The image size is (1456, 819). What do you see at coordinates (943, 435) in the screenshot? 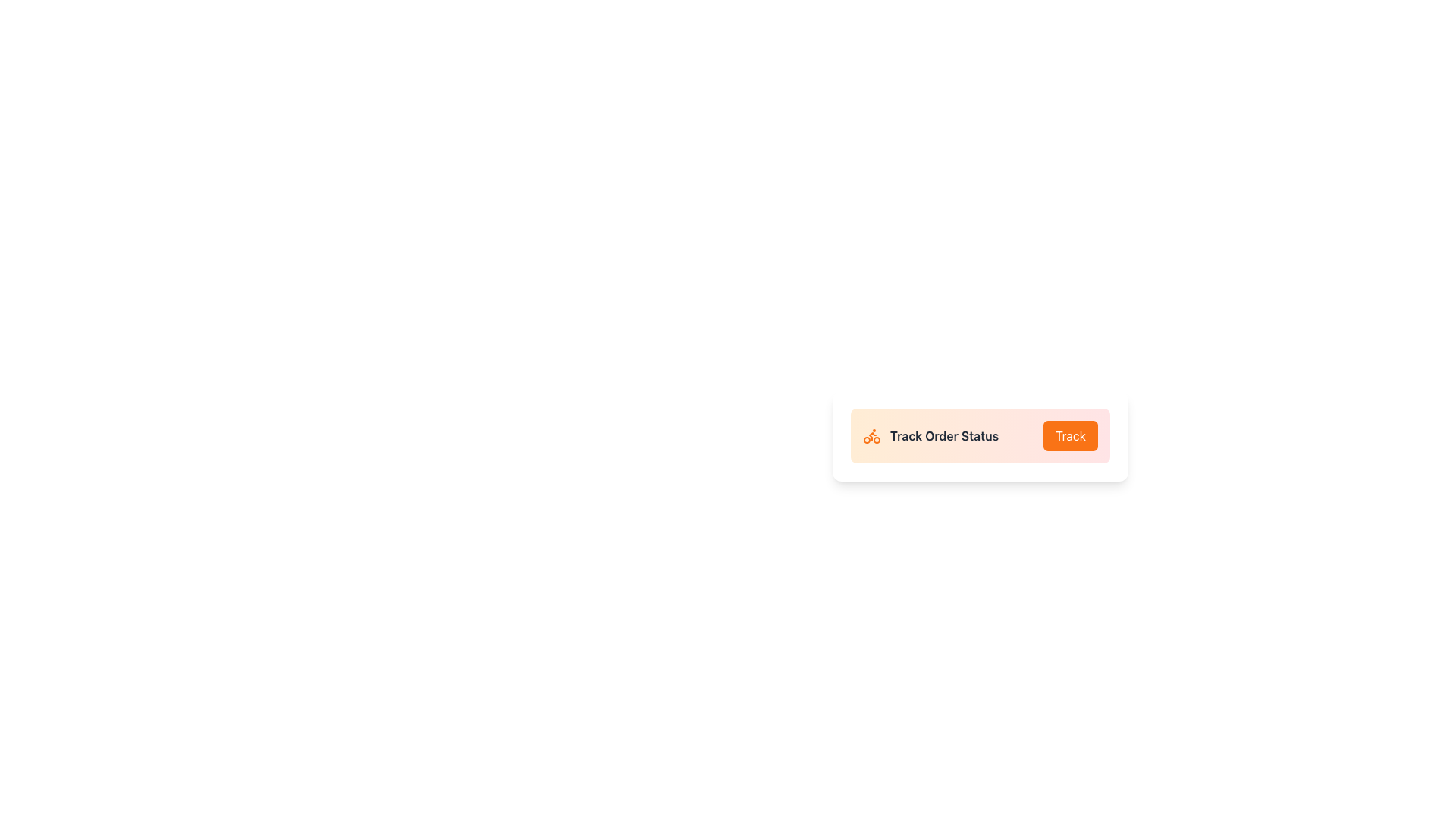
I see `the text label that reads 'Track Order Status', which is styled in bold gray and is positioned between an orange bike icon and a 'Track' button` at bounding box center [943, 435].